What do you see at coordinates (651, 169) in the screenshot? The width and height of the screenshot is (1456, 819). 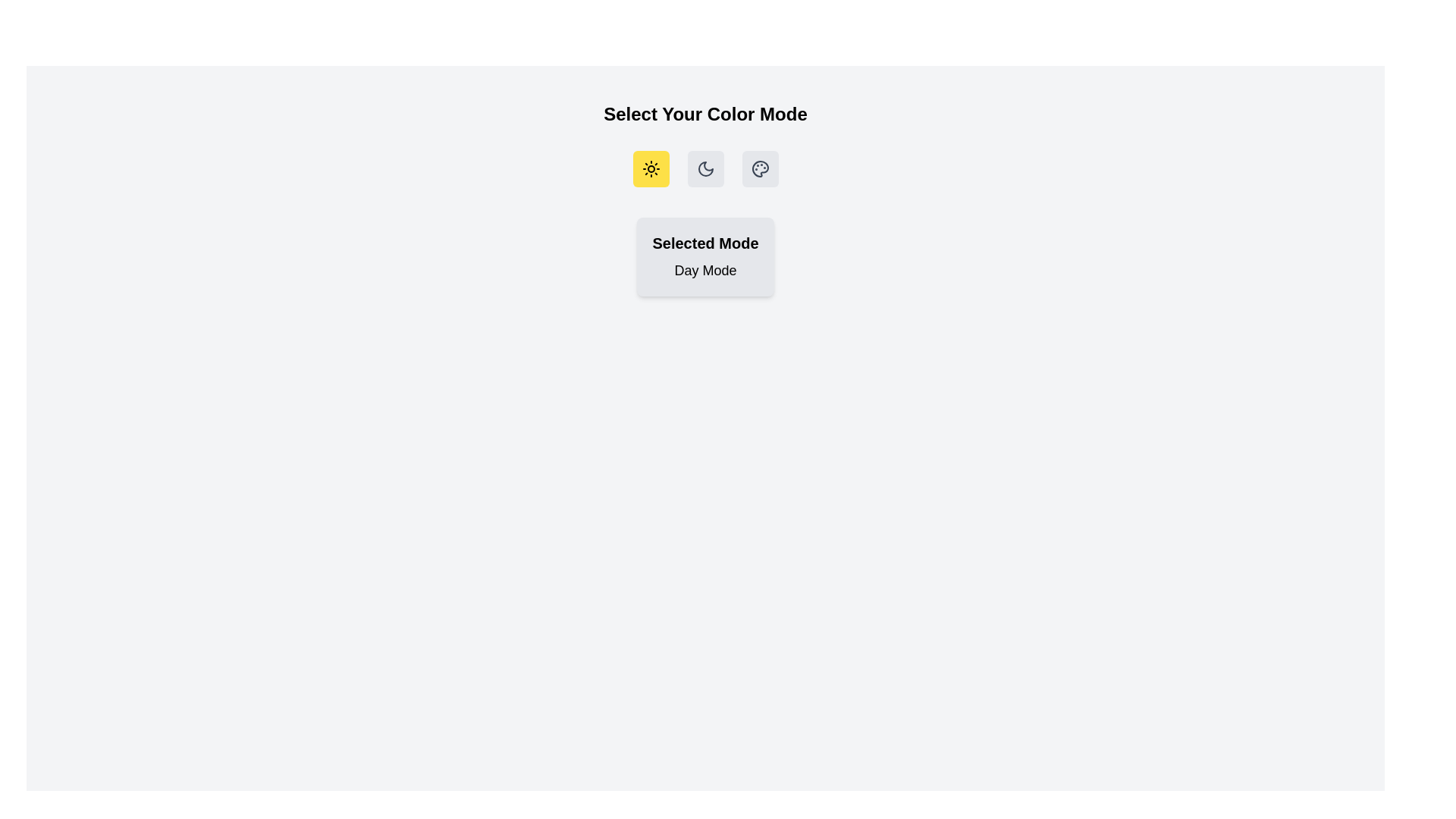 I see `the 'Day Mode' button to select it` at bounding box center [651, 169].